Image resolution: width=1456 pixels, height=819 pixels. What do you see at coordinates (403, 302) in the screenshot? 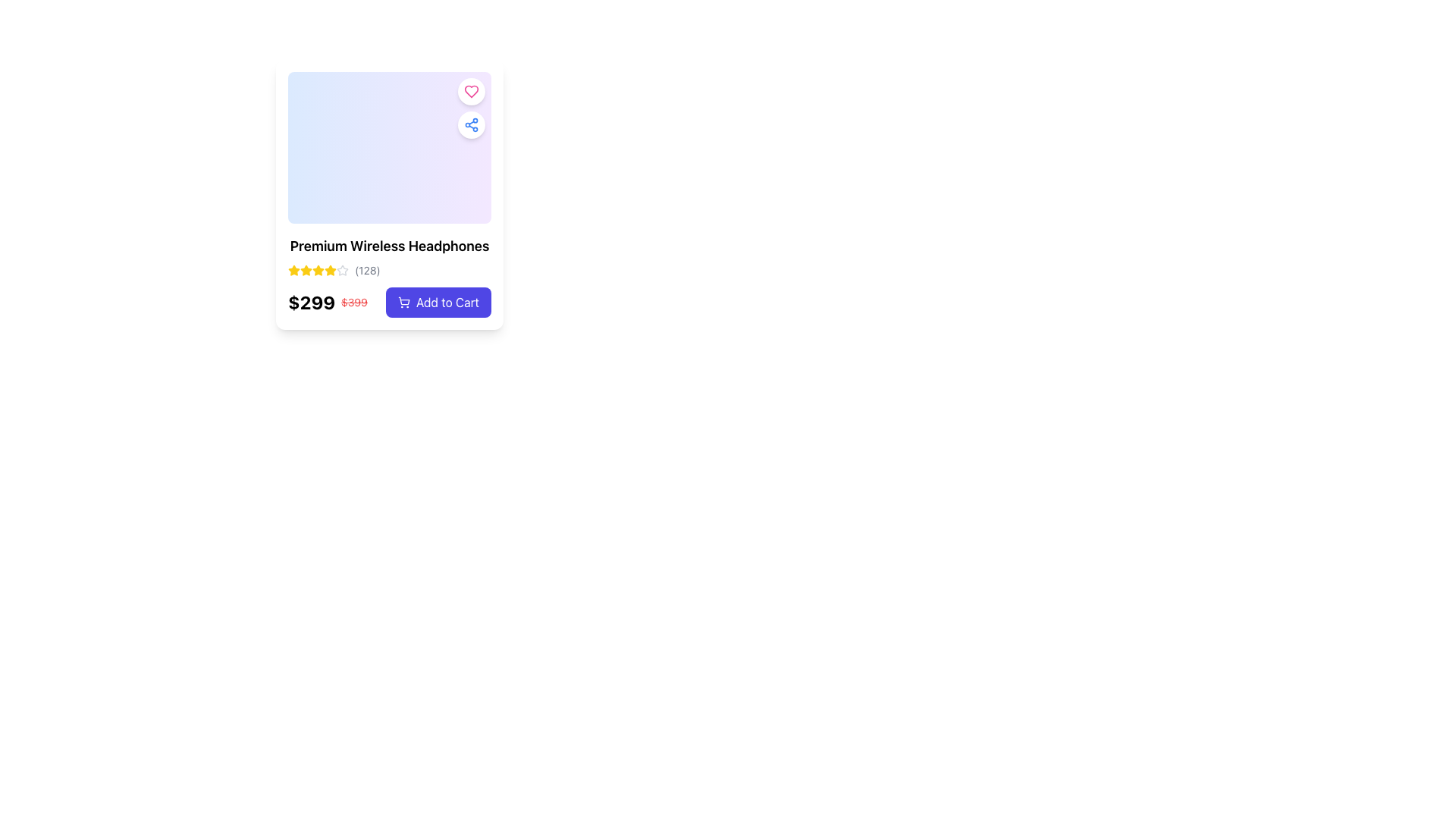
I see `the shopping cart icon inside the 'Add to Cart' button located at the bottom-right corner of the product card` at bounding box center [403, 302].